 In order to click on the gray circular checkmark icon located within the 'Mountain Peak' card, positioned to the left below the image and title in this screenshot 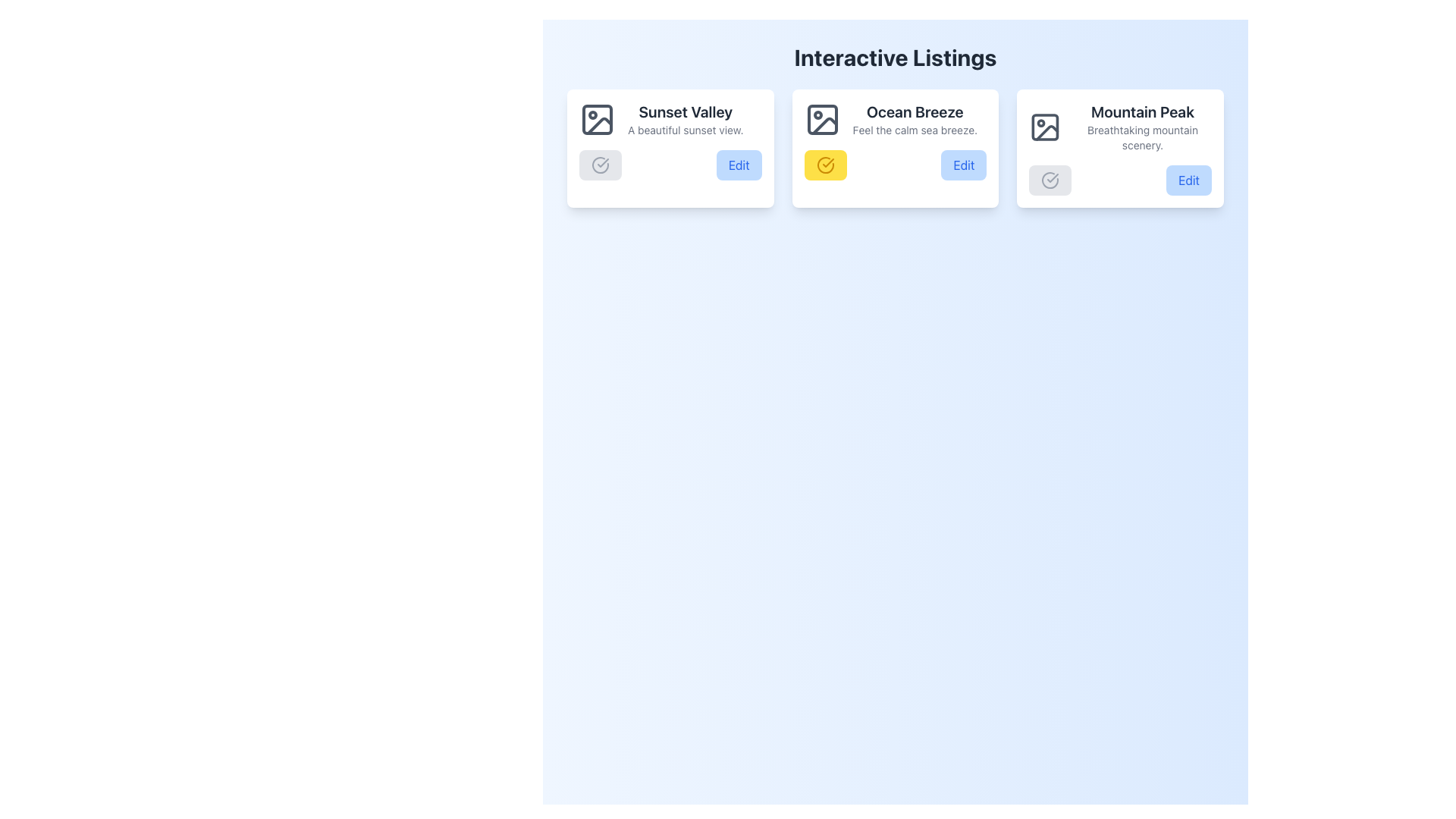, I will do `click(1050, 180)`.